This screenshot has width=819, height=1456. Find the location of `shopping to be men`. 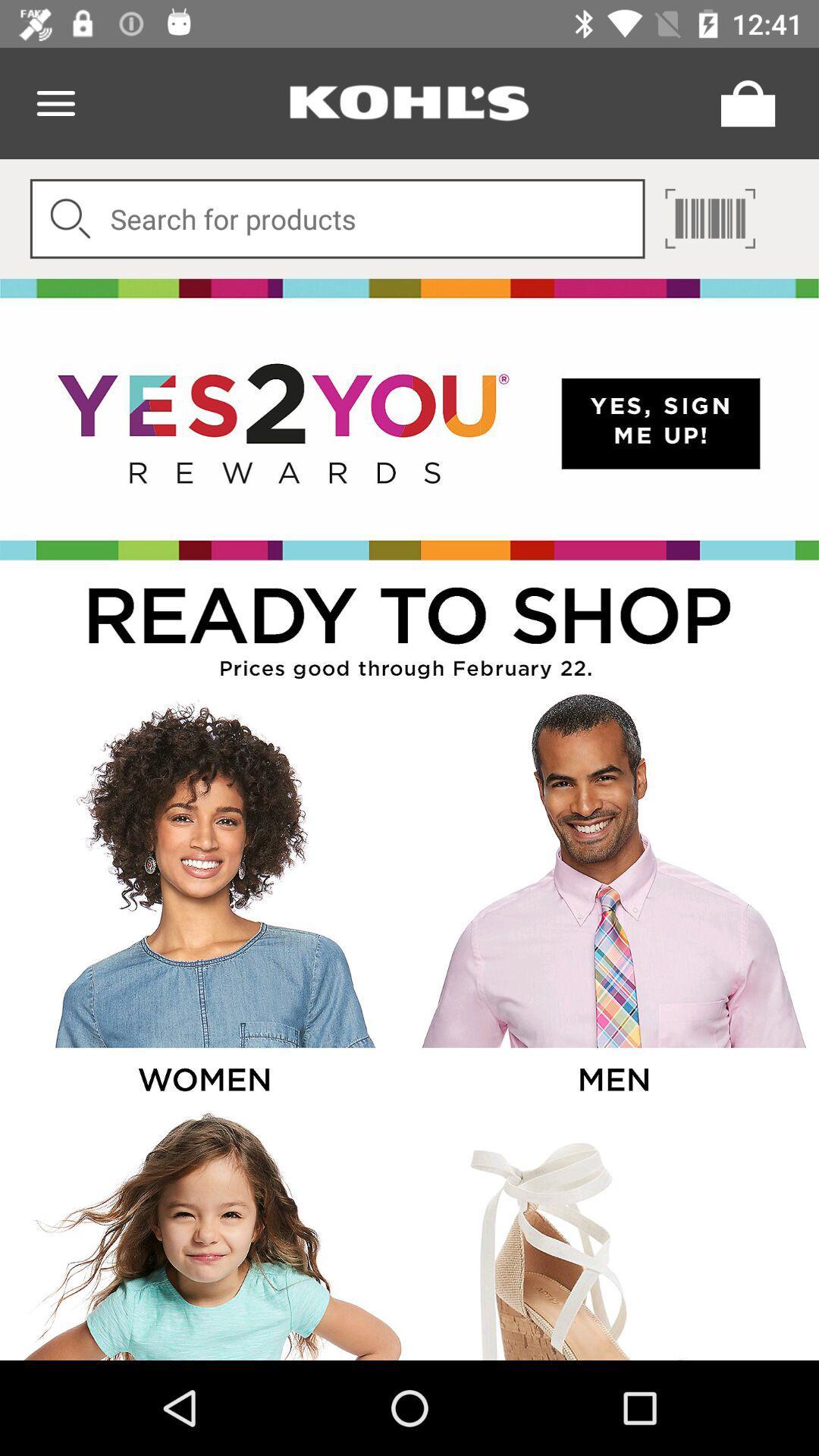

shopping to be men is located at coordinates (612, 899).